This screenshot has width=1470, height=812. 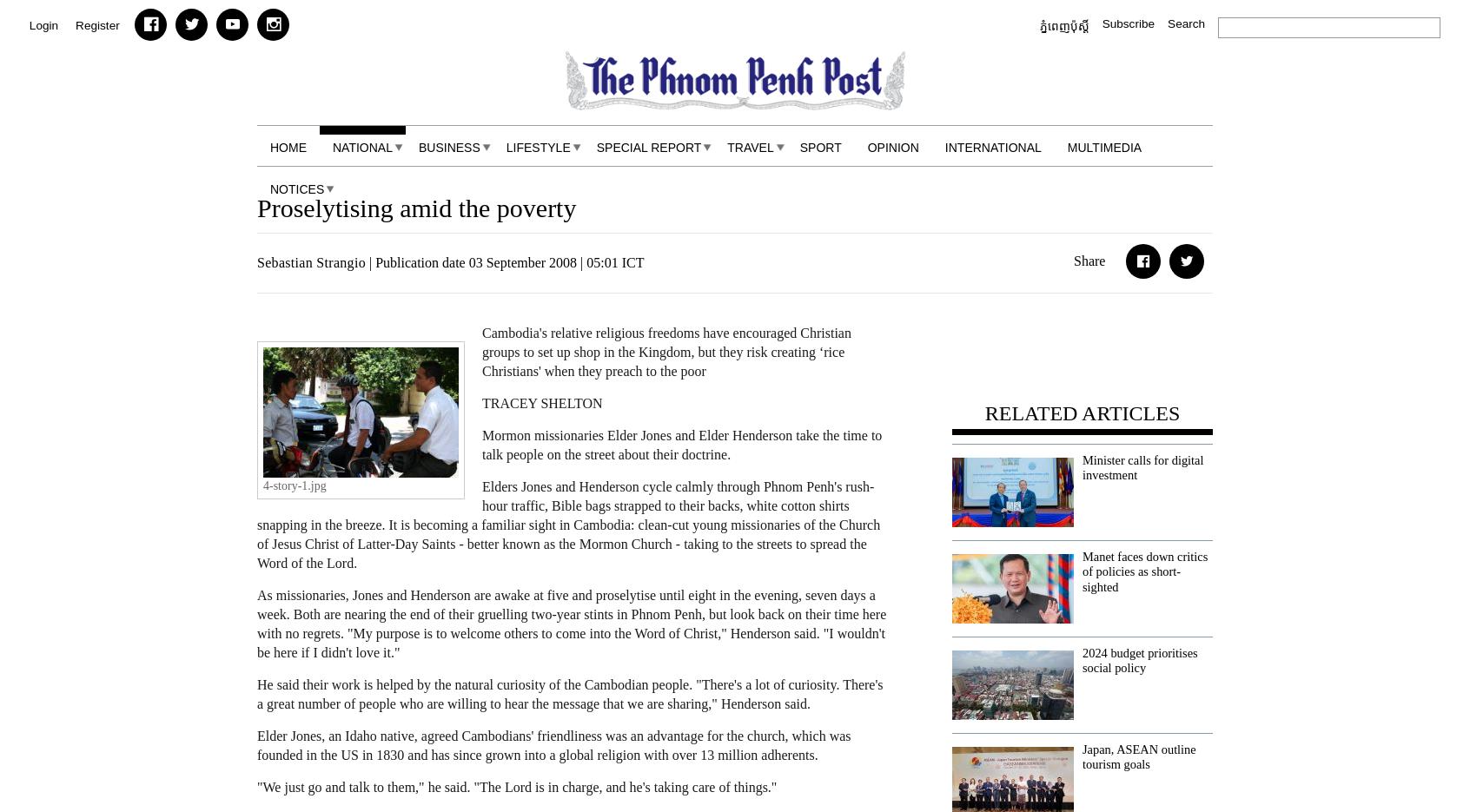 I want to click on 'Japan, ASEAN outline tourism goals', so click(x=1137, y=756).